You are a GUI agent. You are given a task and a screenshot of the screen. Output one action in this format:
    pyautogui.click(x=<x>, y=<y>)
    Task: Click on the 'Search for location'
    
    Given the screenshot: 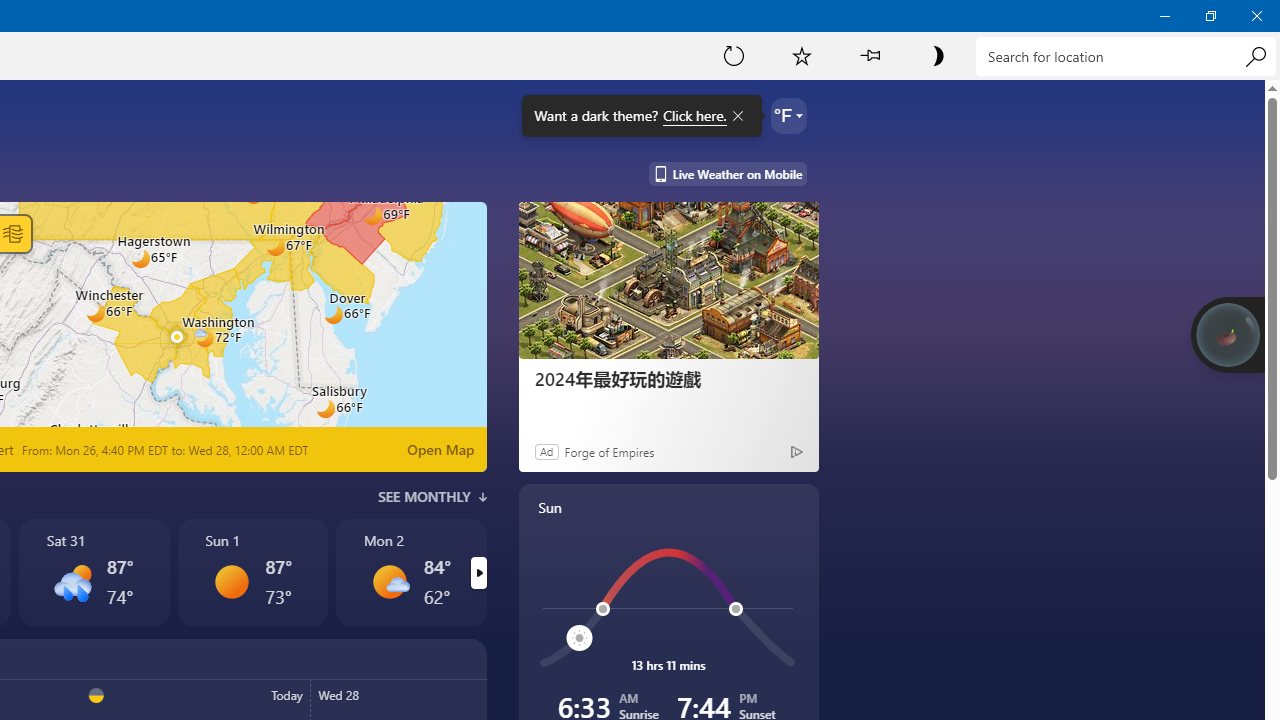 What is the action you would take?
    pyautogui.click(x=1125, y=55)
    